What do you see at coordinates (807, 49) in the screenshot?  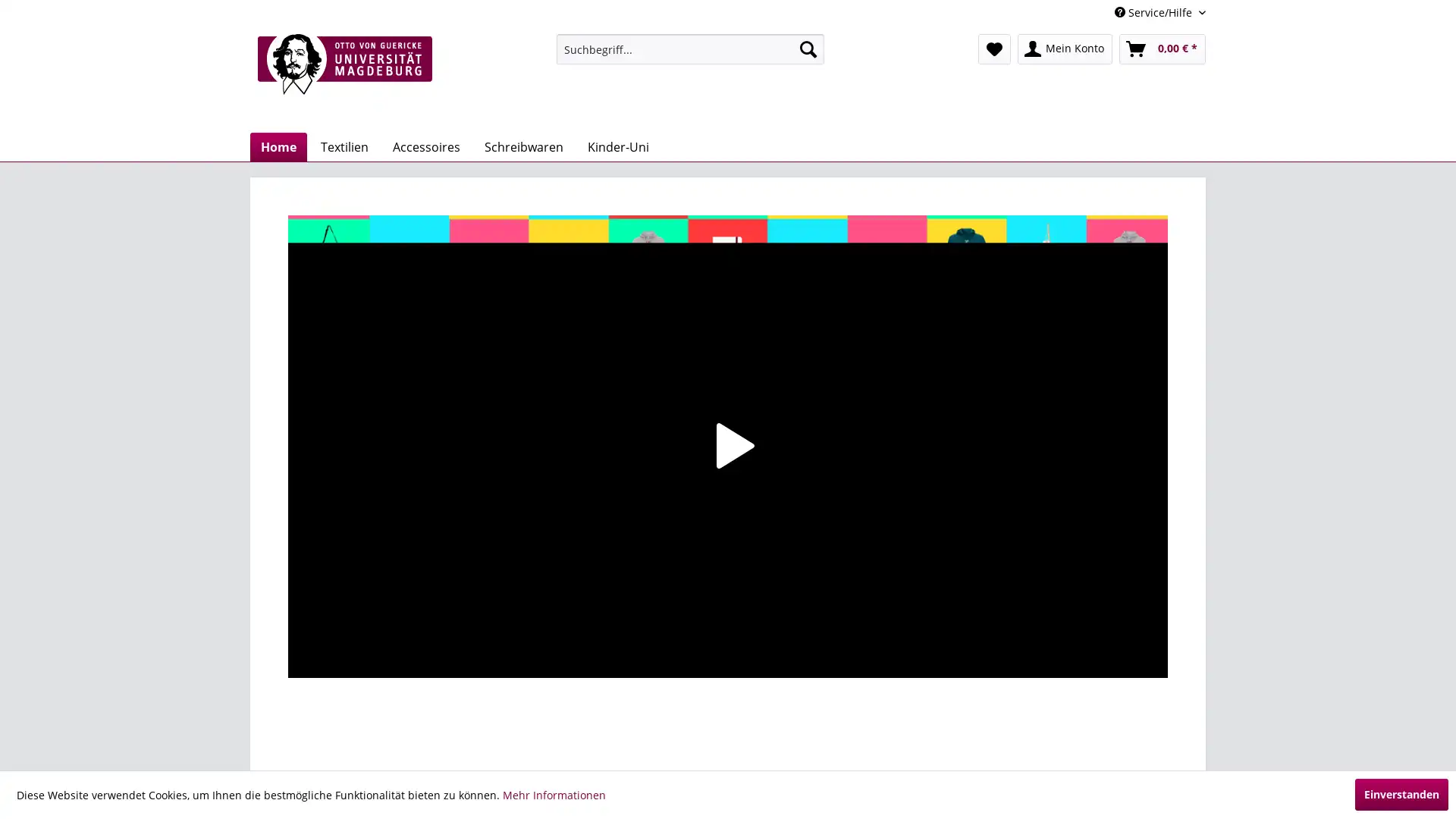 I see `Suchen` at bounding box center [807, 49].